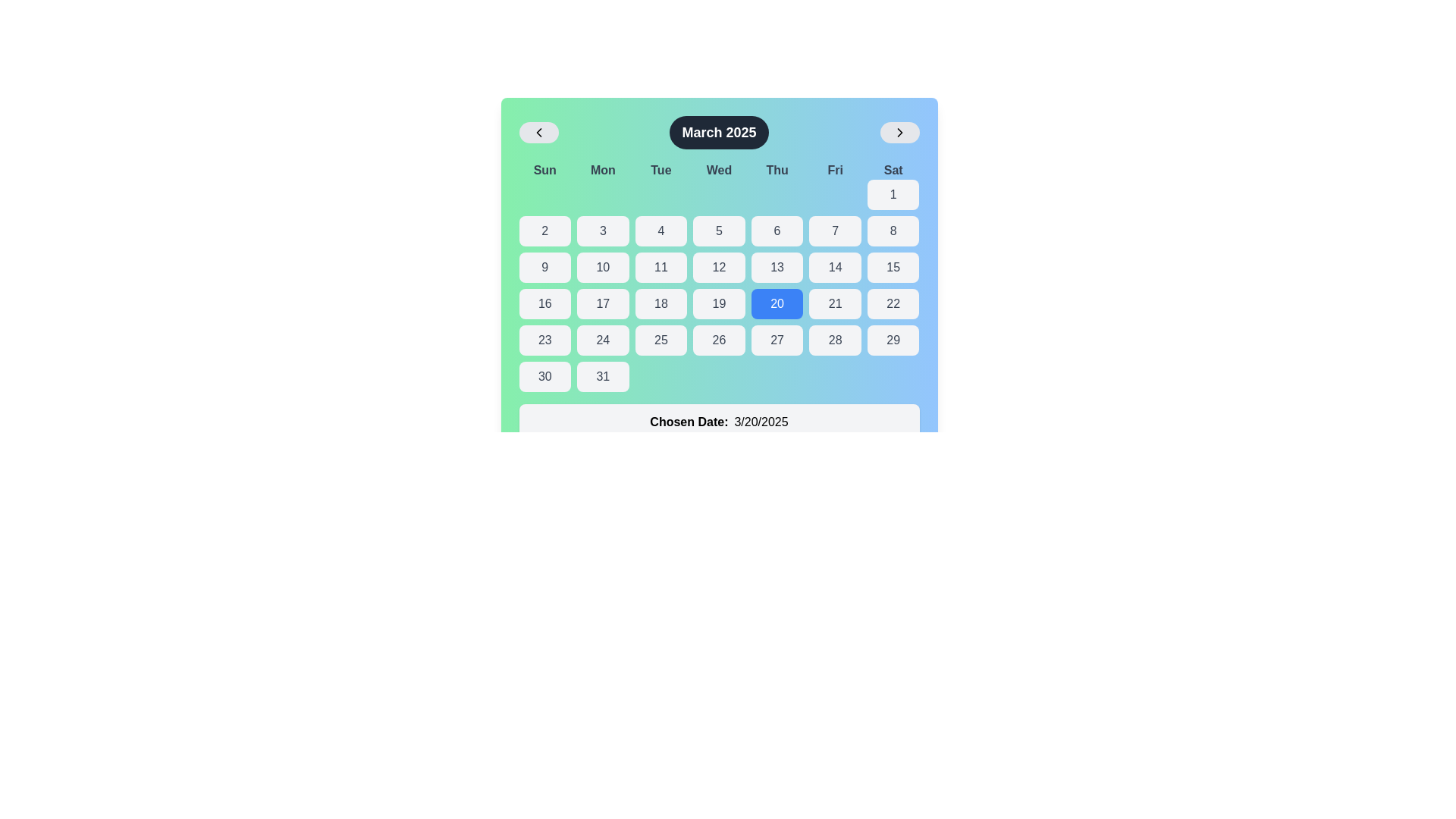 The image size is (1456, 819). What do you see at coordinates (602, 339) in the screenshot?
I see `the selectable date button for the 24th in the calendar grid to trigger hover effects` at bounding box center [602, 339].